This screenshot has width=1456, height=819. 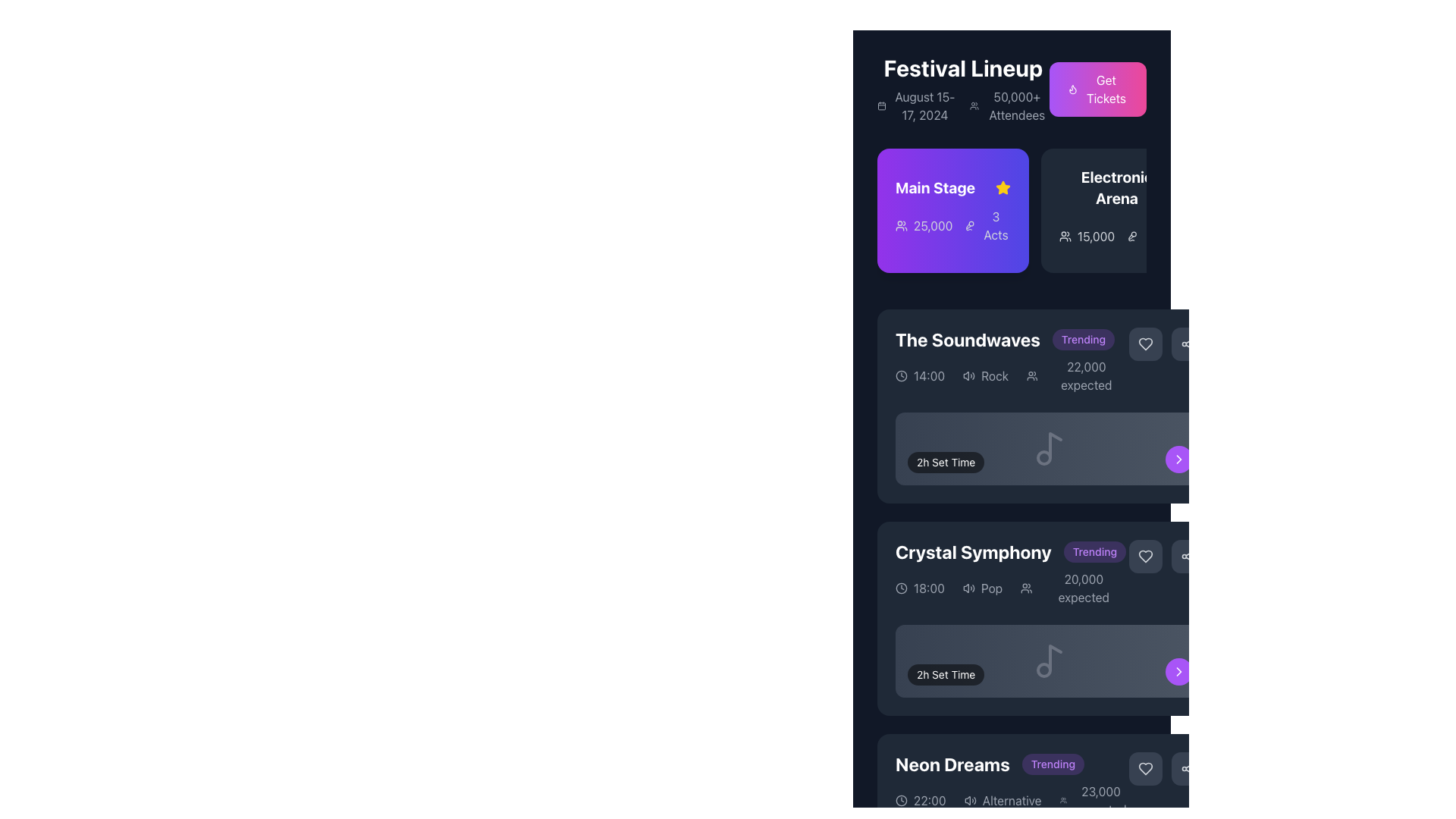 What do you see at coordinates (1072, 89) in the screenshot?
I see `the small flame-shaped icon styled in purple, located within the 'Get Tickets' button, positioned adjacent to the 'Festival Lineup' text` at bounding box center [1072, 89].